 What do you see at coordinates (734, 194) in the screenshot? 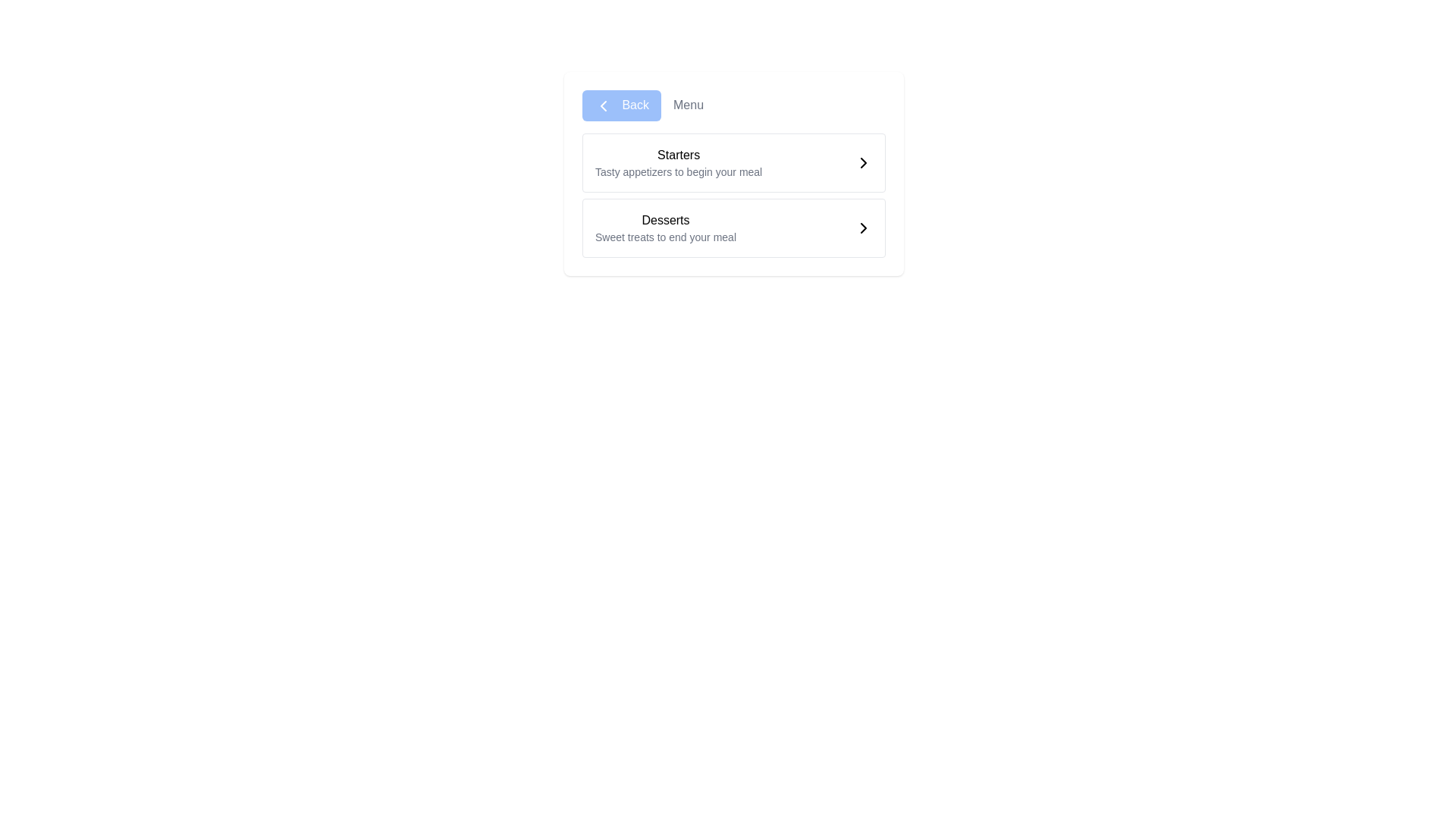
I see `the Menu list block which allows users` at bounding box center [734, 194].